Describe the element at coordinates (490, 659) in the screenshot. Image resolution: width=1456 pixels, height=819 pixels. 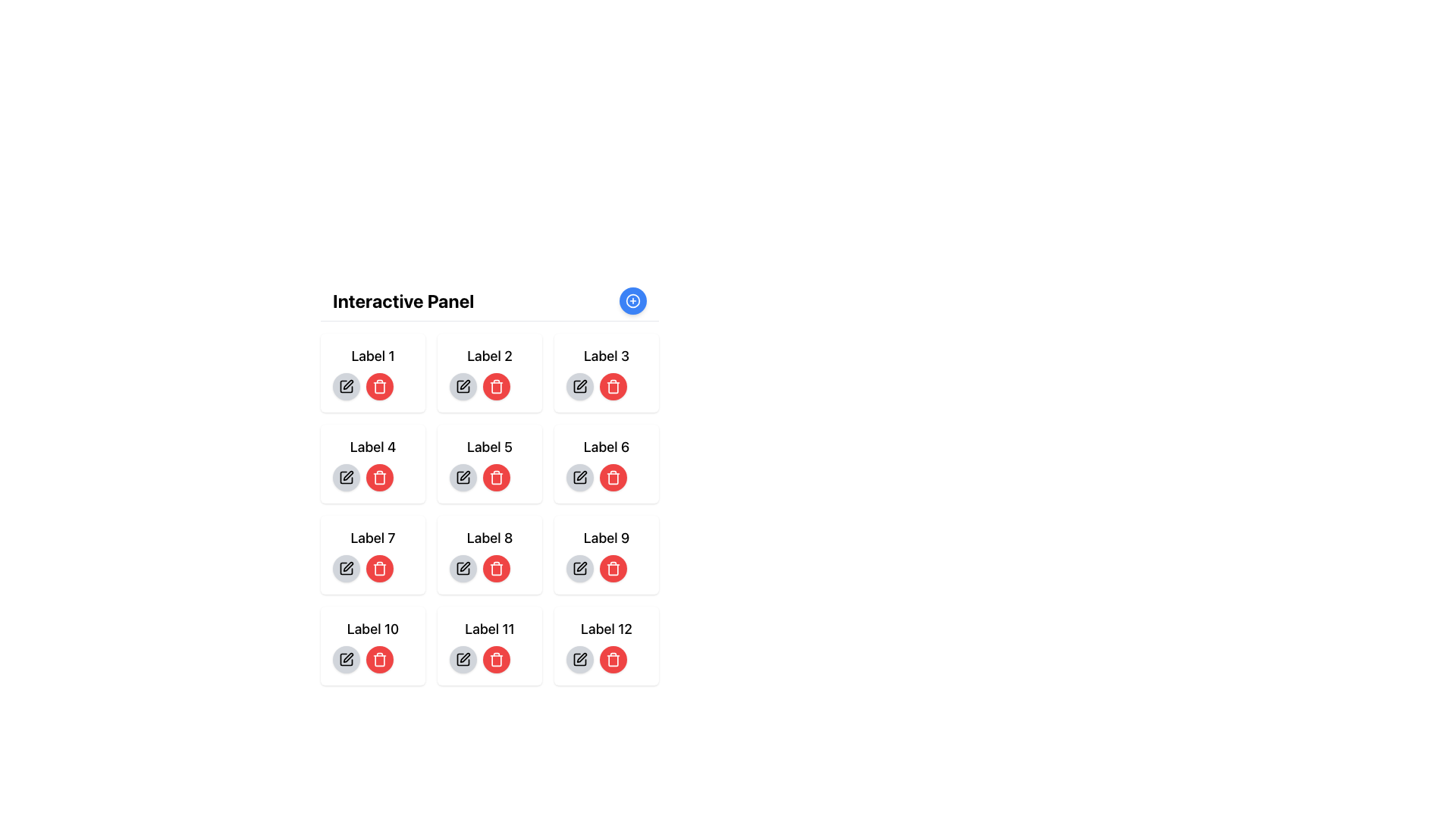
I see `the red circular button with a white trash can icon located under 'Label 11'` at that location.